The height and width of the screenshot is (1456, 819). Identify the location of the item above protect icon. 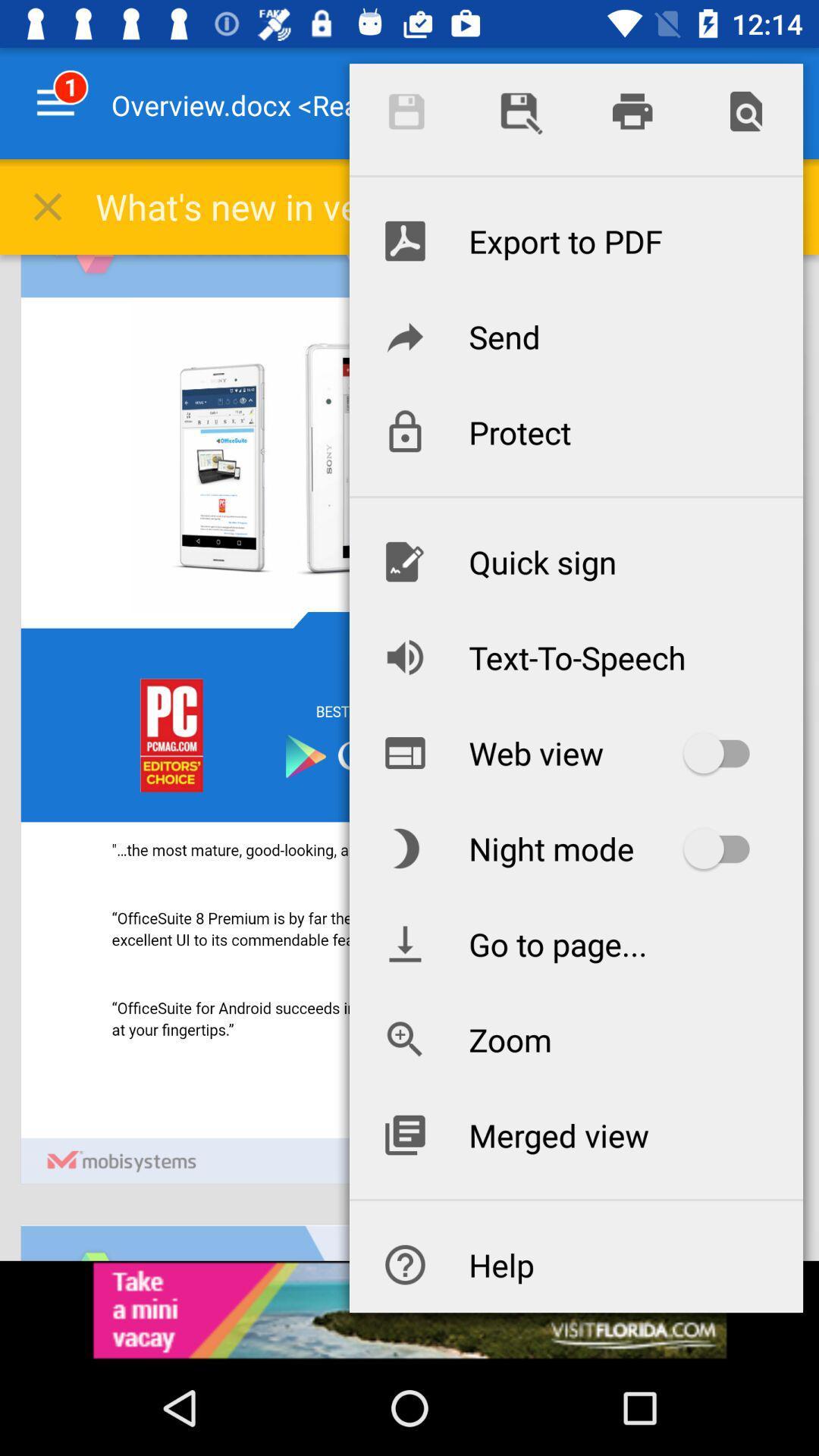
(576, 335).